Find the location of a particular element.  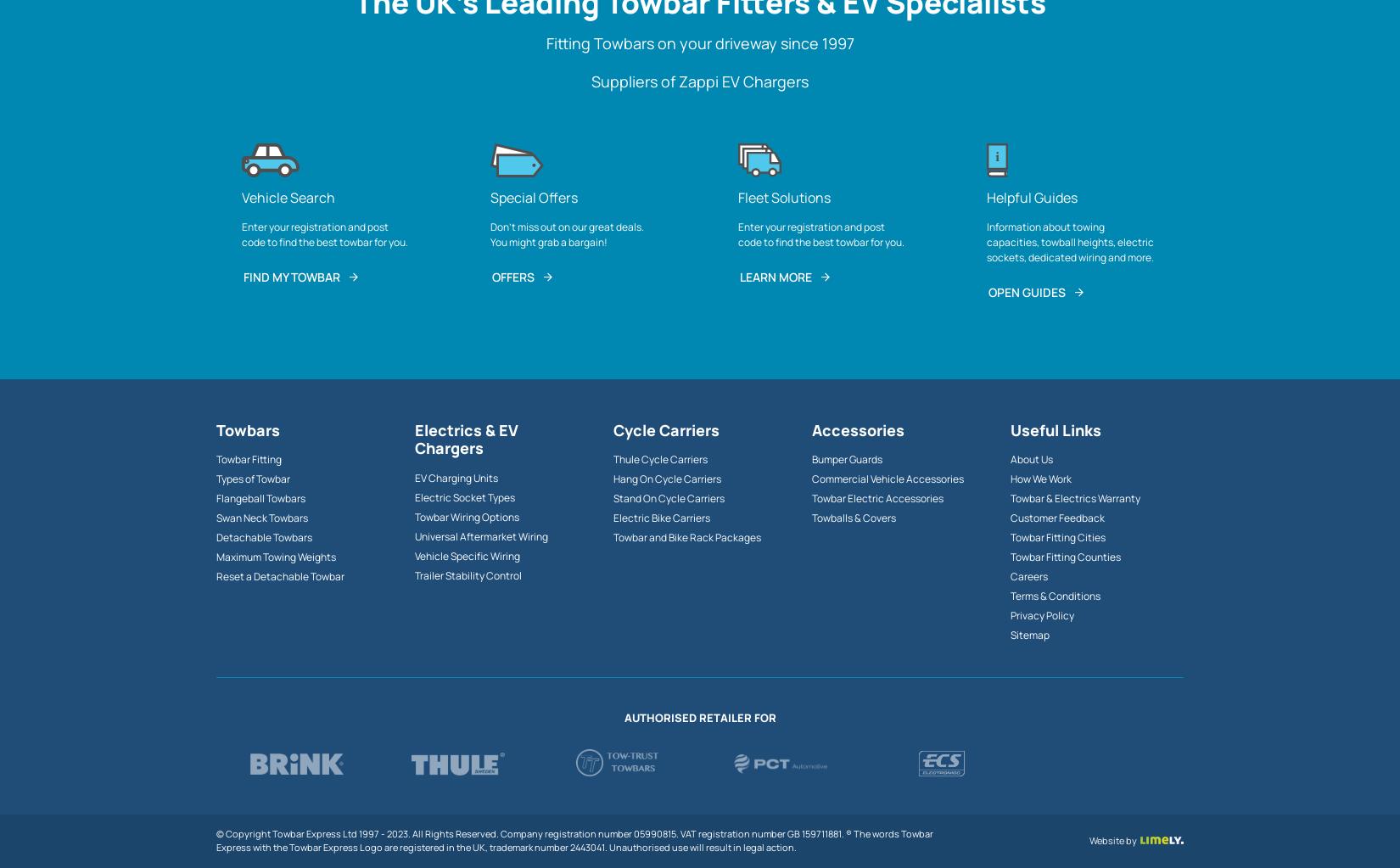

'How We Work' is located at coordinates (1010, 479).